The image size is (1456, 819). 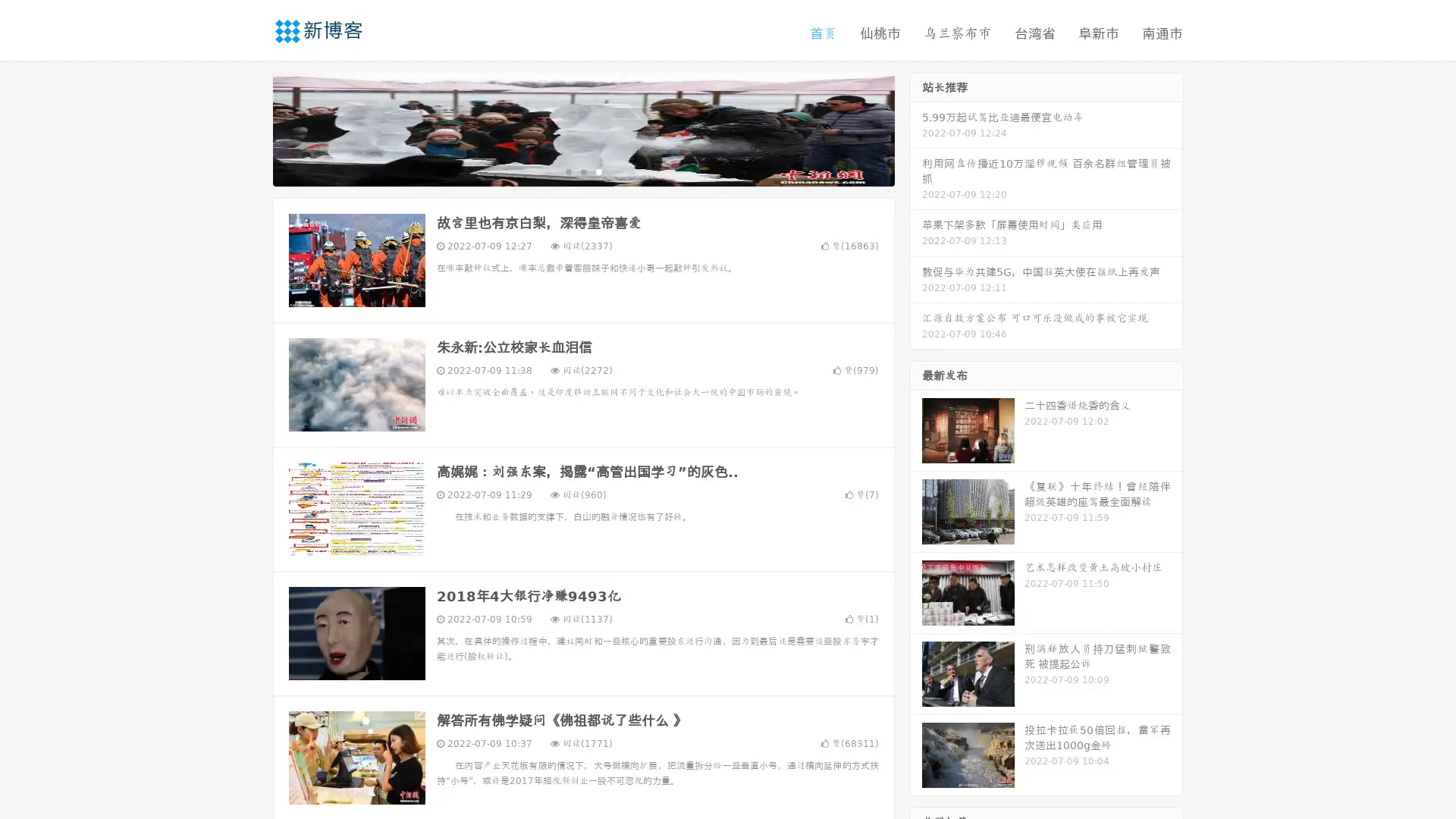 I want to click on Next slide, so click(x=916, y=127).